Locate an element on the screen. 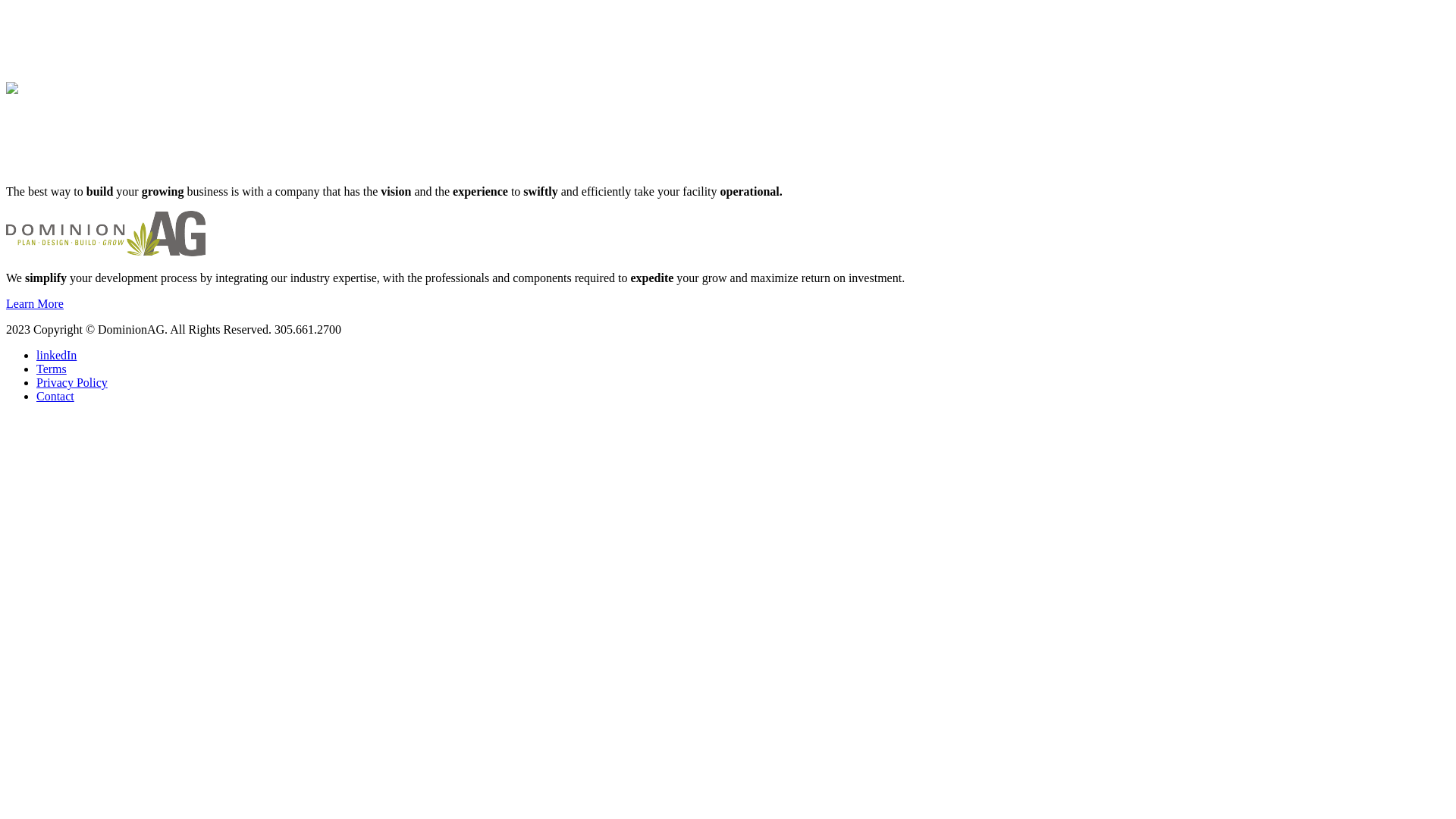 The width and height of the screenshot is (1456, 819). 'linkedIn' is located at coordinates (56, 355).